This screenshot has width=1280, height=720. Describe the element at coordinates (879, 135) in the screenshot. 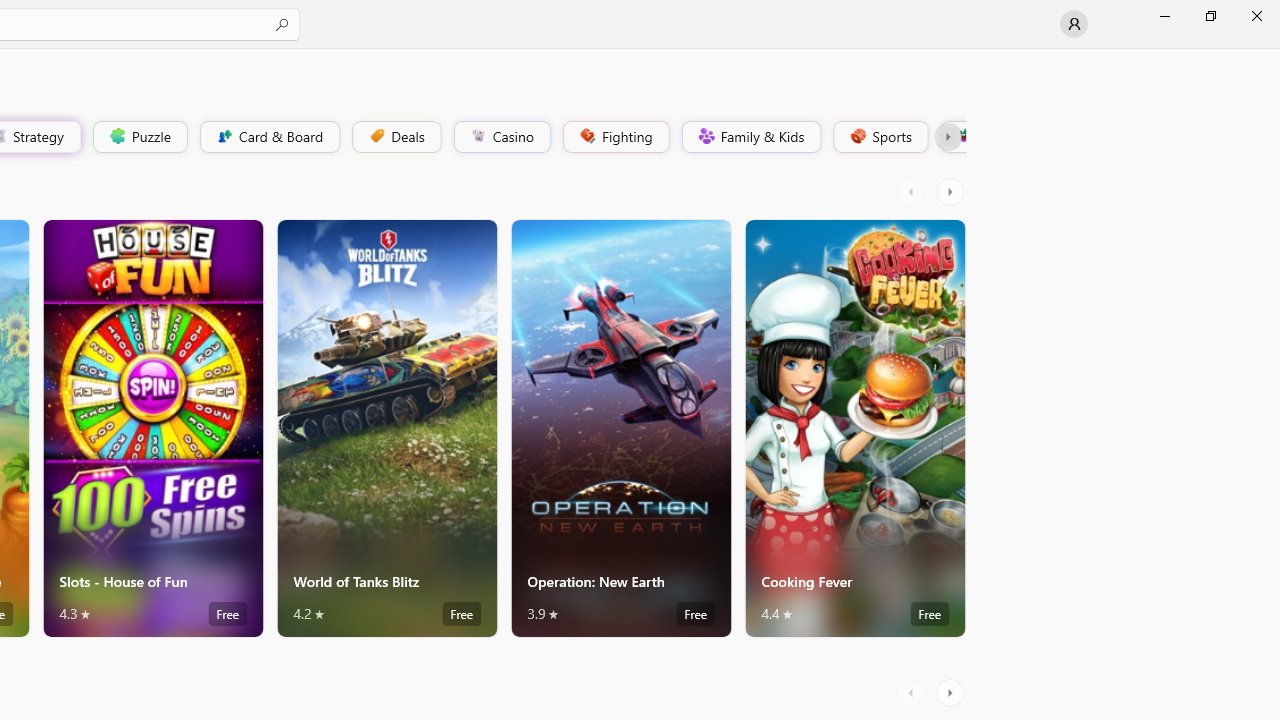

I see `'Sports'` at that location.